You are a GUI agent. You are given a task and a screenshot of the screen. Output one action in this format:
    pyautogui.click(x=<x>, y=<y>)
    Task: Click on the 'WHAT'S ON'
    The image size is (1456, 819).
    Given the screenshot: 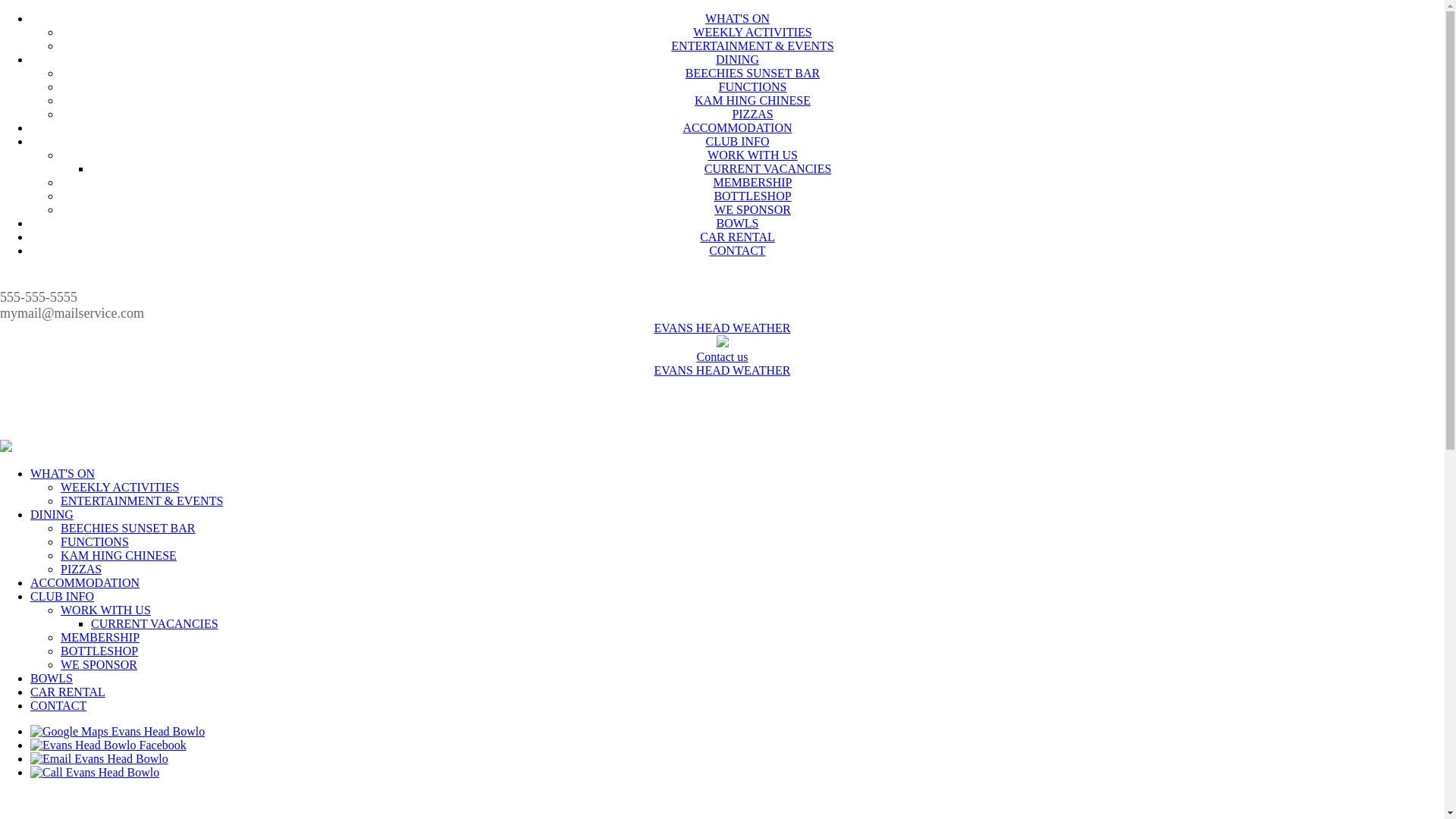 What is the action you would take?
    pyautogui.click(x=704, y=18)
    